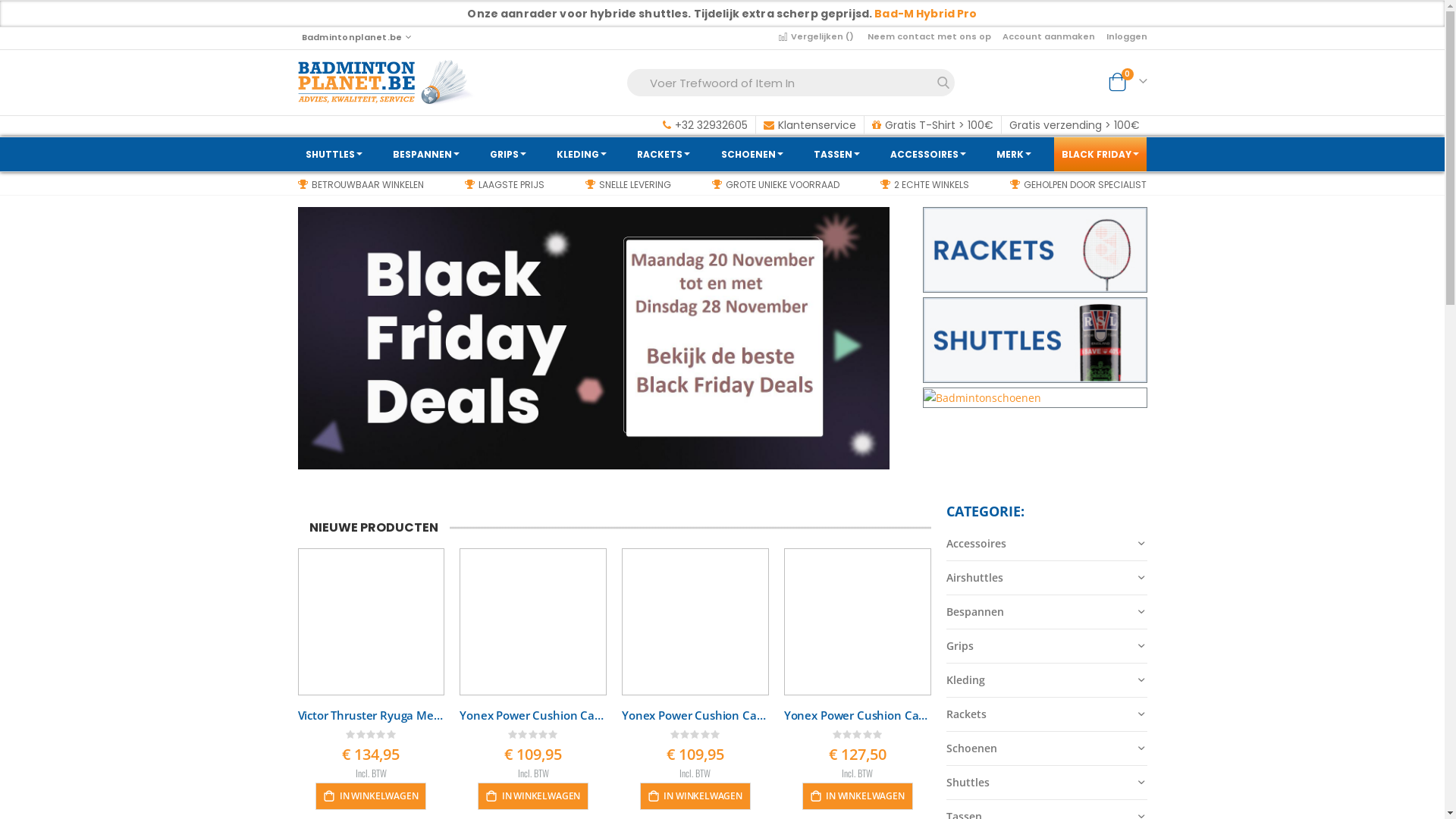 The width and height of the screenshot is (1456, 819). I want to click on 'Vergelijken ()', so click(817, 35).